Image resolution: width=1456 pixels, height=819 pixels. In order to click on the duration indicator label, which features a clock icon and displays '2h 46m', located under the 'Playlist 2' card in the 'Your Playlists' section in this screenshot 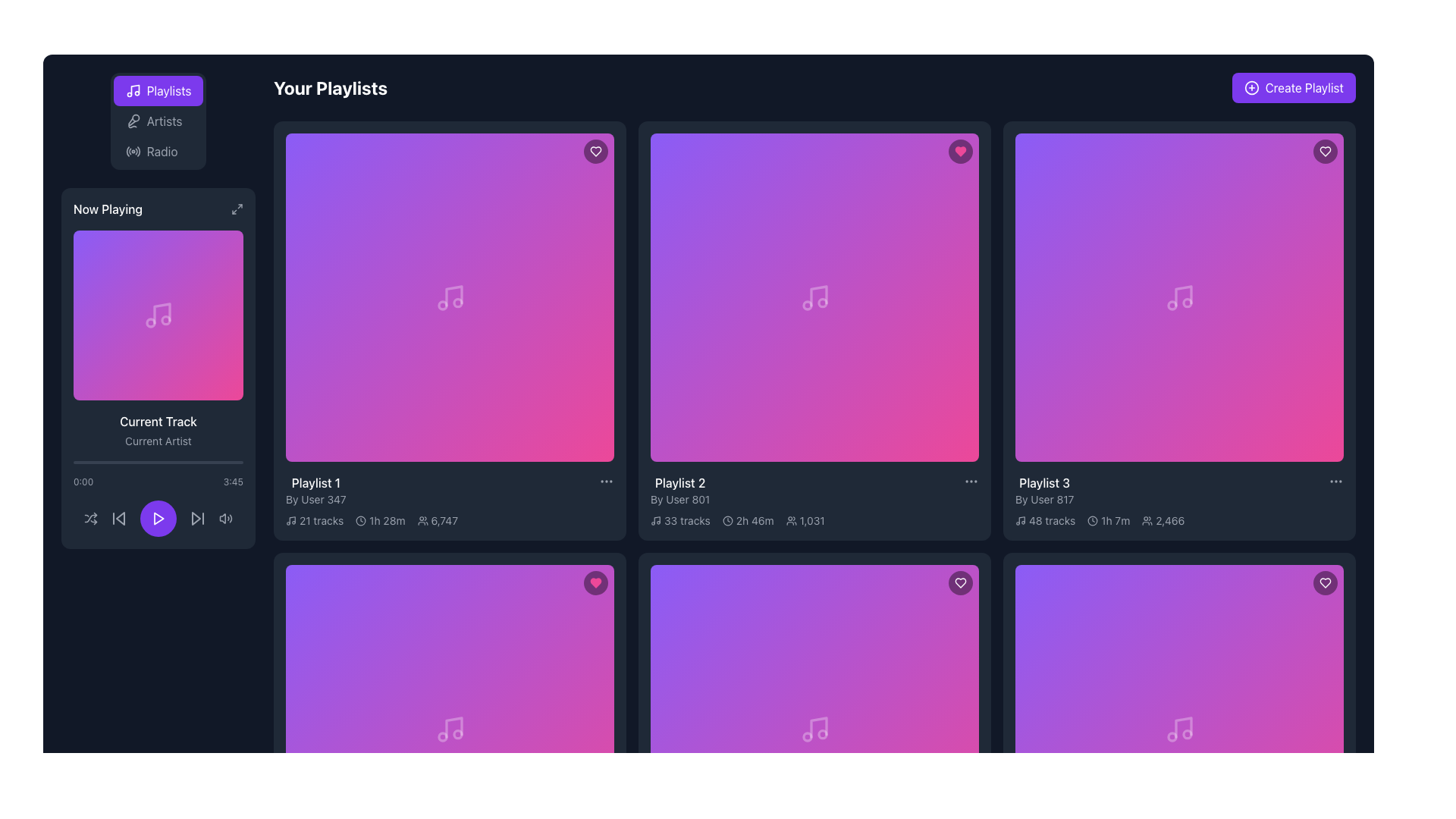, I will do `click(748, 519)`.